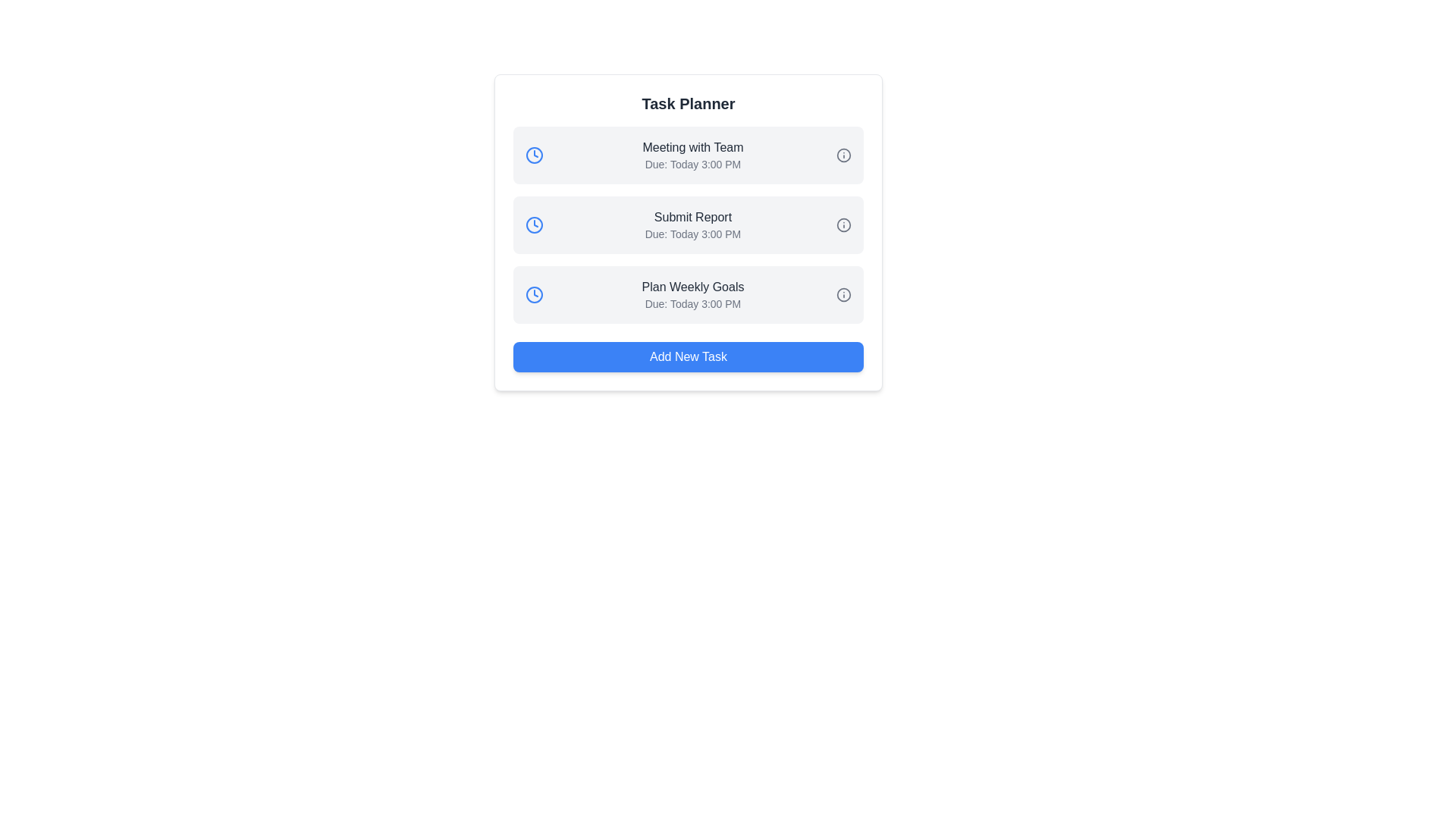  What do you see at coordinates (535, 295) in the screenshot?
I see `the circular background of the clock icon, which is located to the left of the 'Plan Weekly Goals' text in the third row of the 'Task Planner' interface` at bounding box center [535, 295].